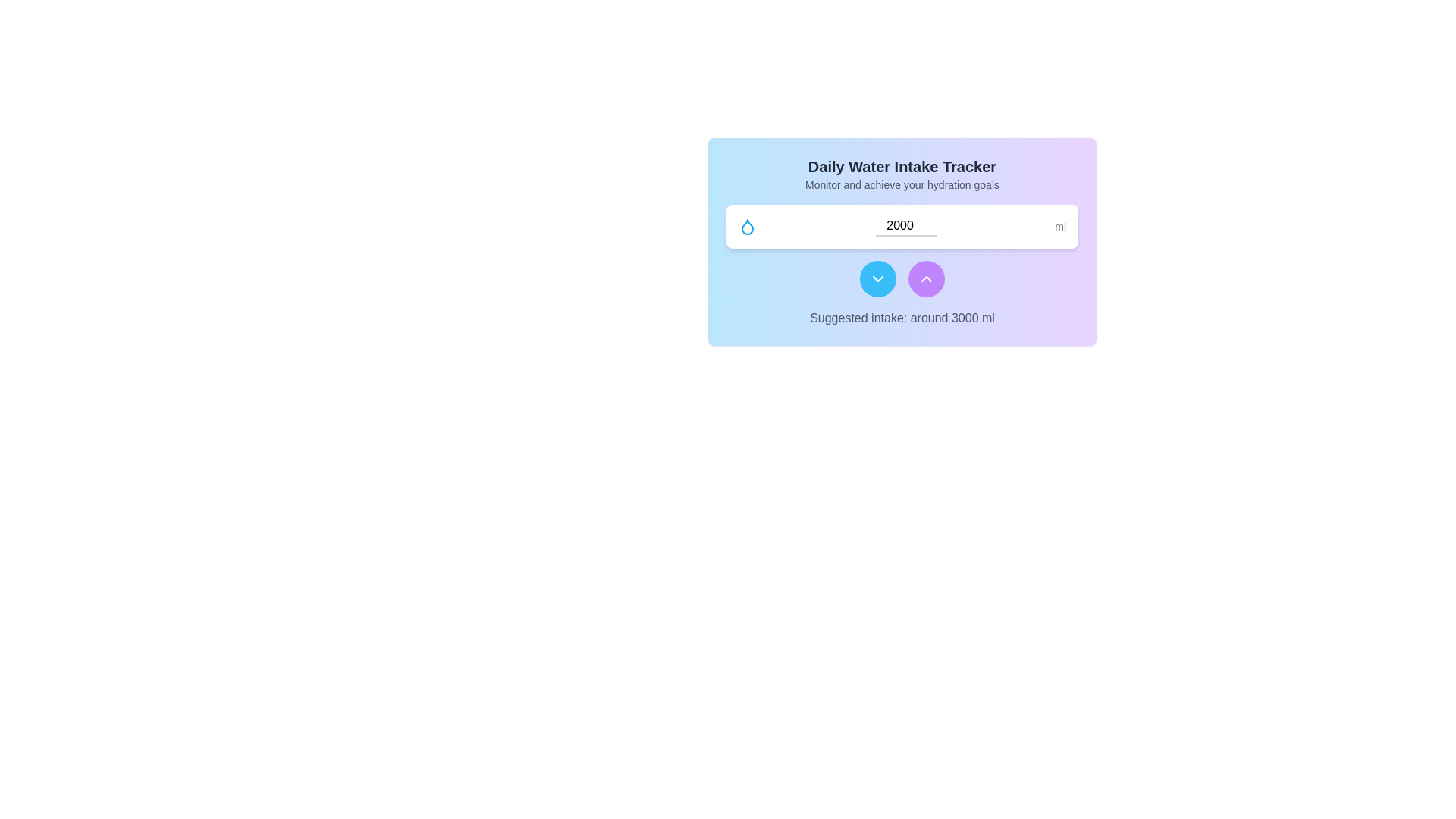  I want to click on the chevron-up arrow icon, which is a white triangular arrow on a purple circular background, so click(926, 278).